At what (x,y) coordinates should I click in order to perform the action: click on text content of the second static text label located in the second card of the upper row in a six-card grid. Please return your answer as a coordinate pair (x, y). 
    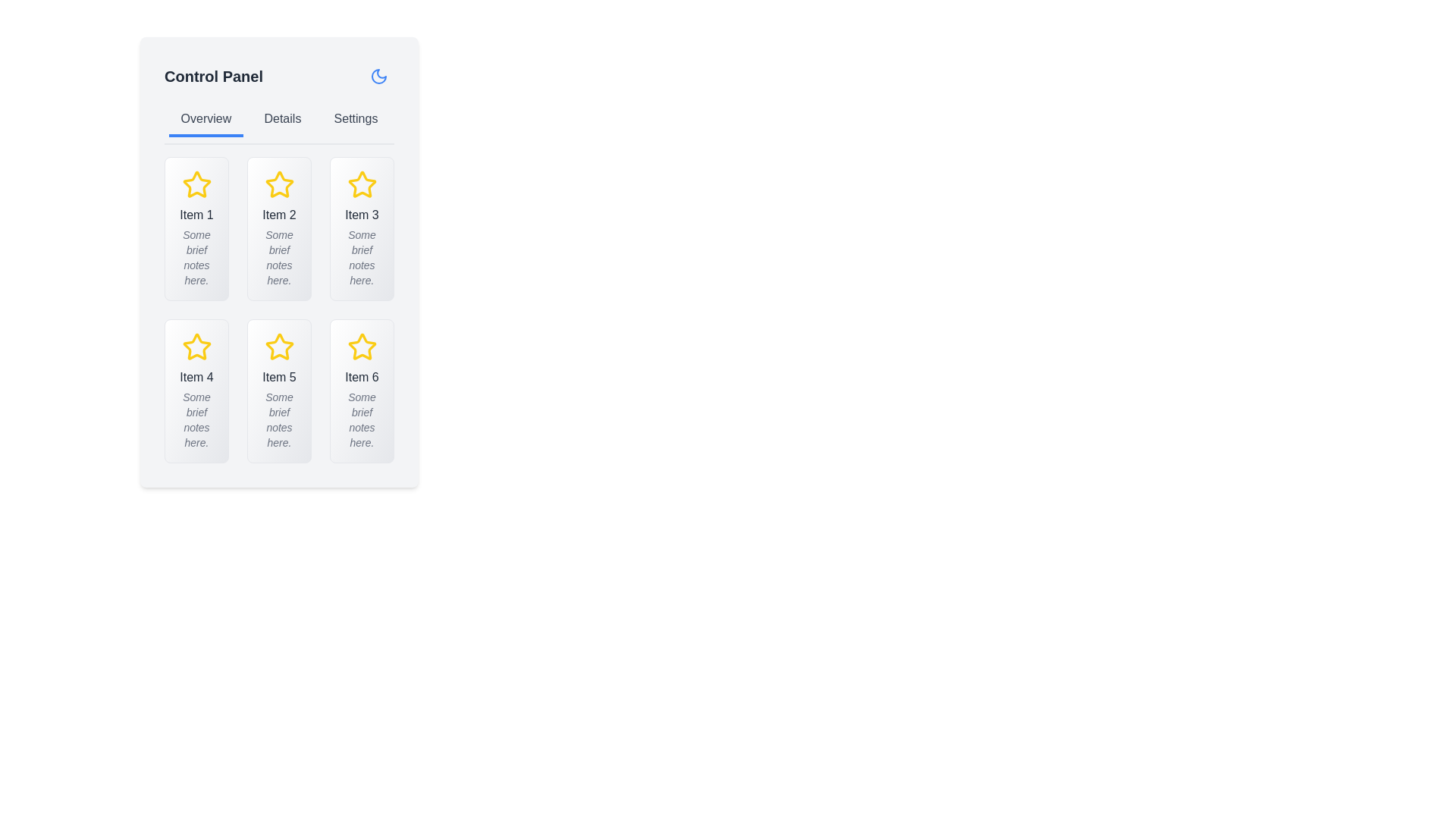
    Looking at the image, I should click on (279, 215).